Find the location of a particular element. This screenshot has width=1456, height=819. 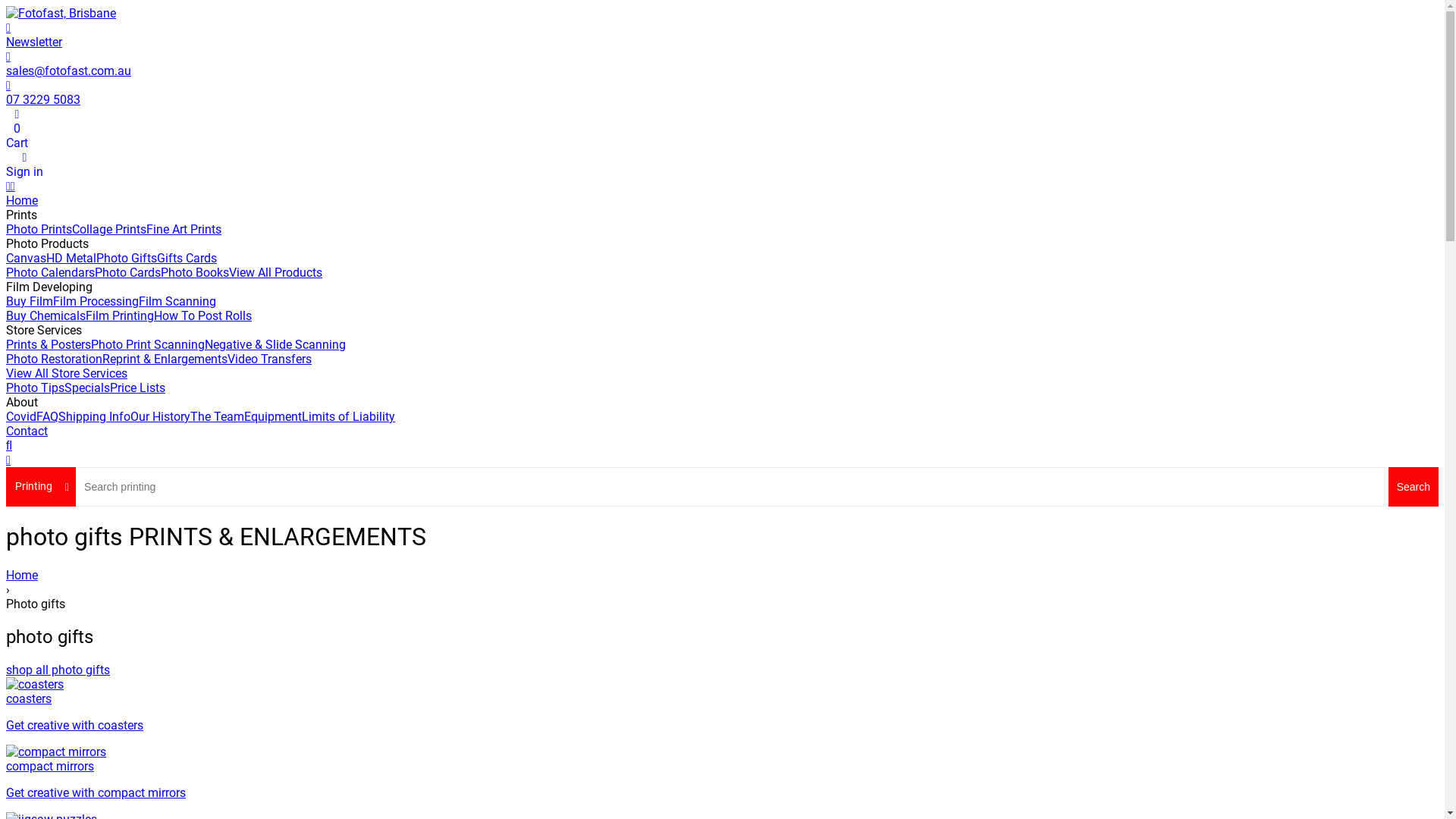

'Video Transfers' is located at coordinates (269, 359).